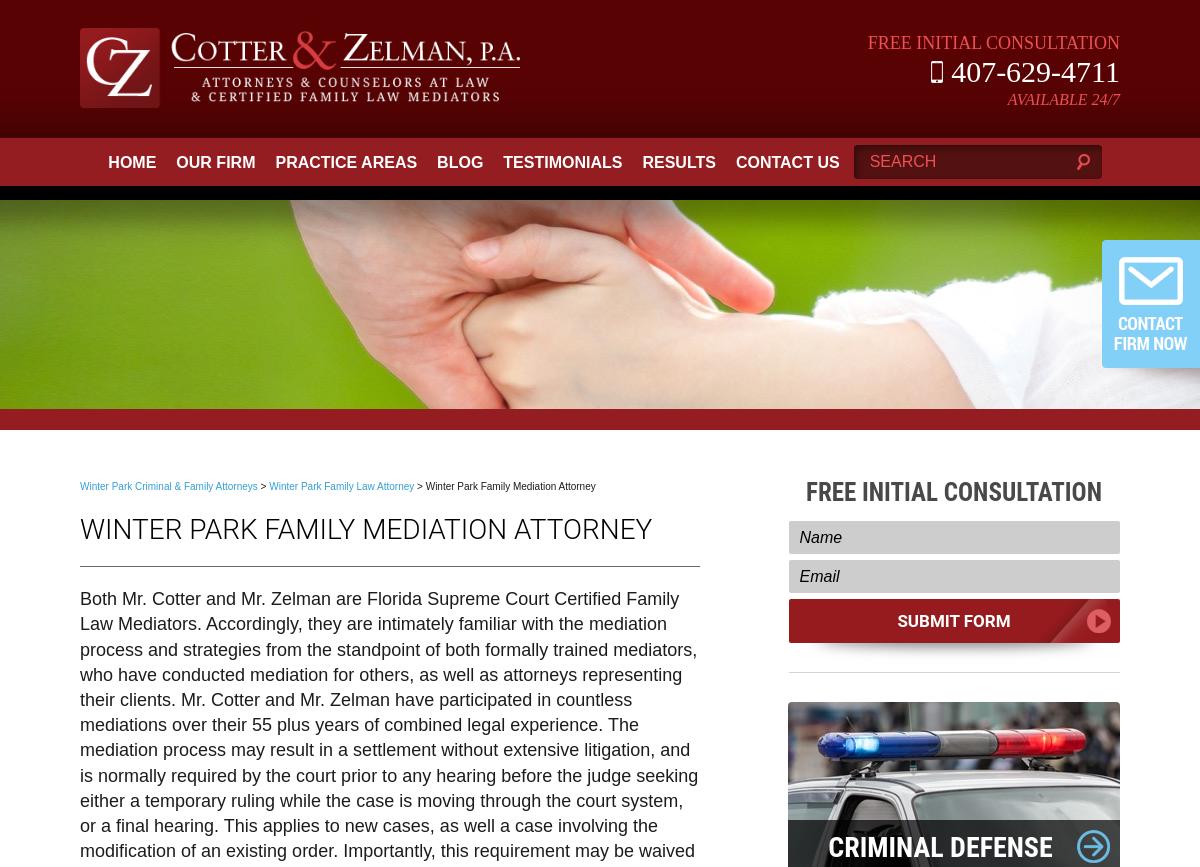 This screenshot has height=867, width=1200. I want to click on 'Winter Park Criminal & Family Attorneys', so click(167, 485).